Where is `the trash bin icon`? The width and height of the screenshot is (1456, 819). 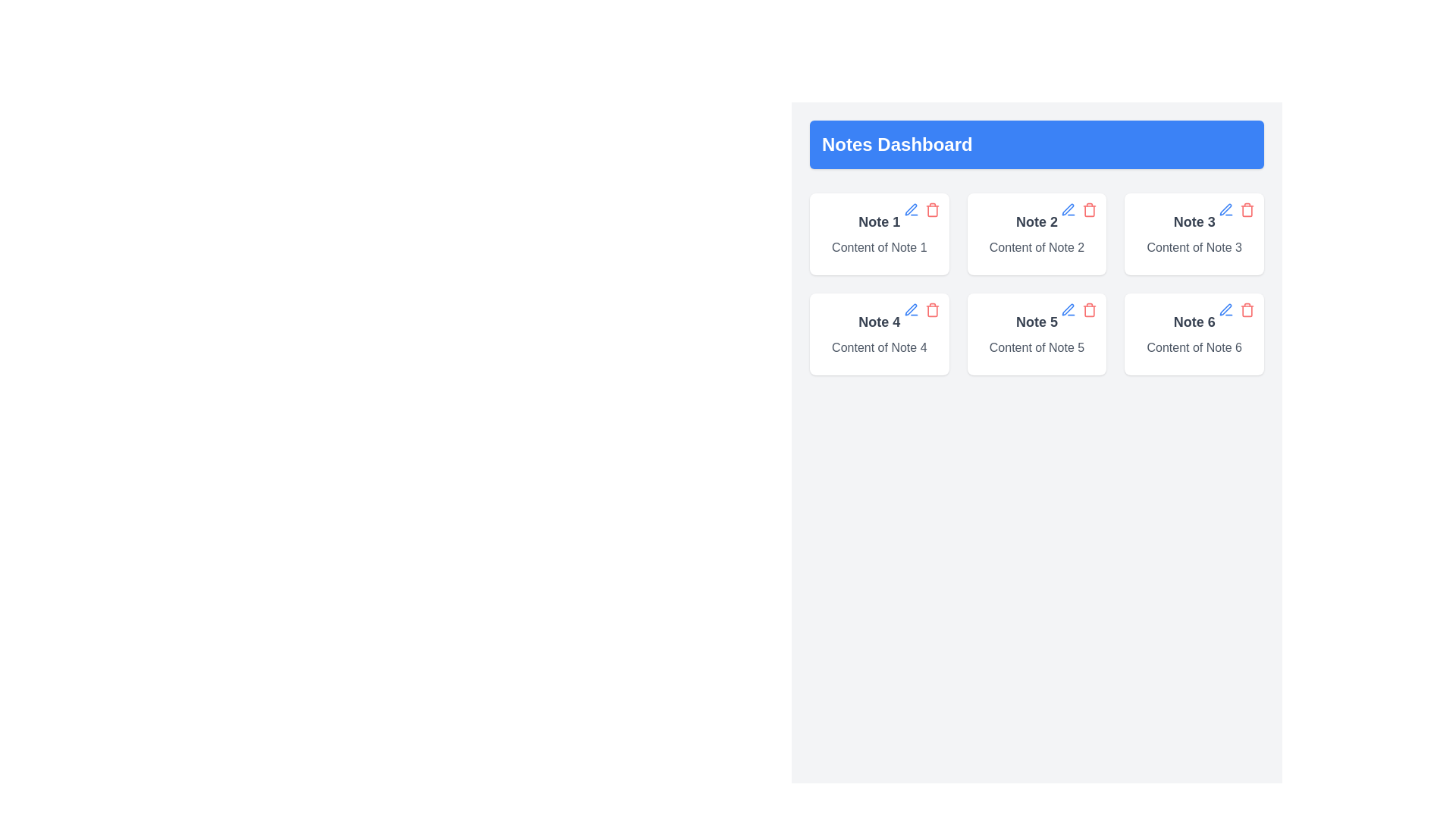
the trash bin icon is located at coordinates (1247, 309).